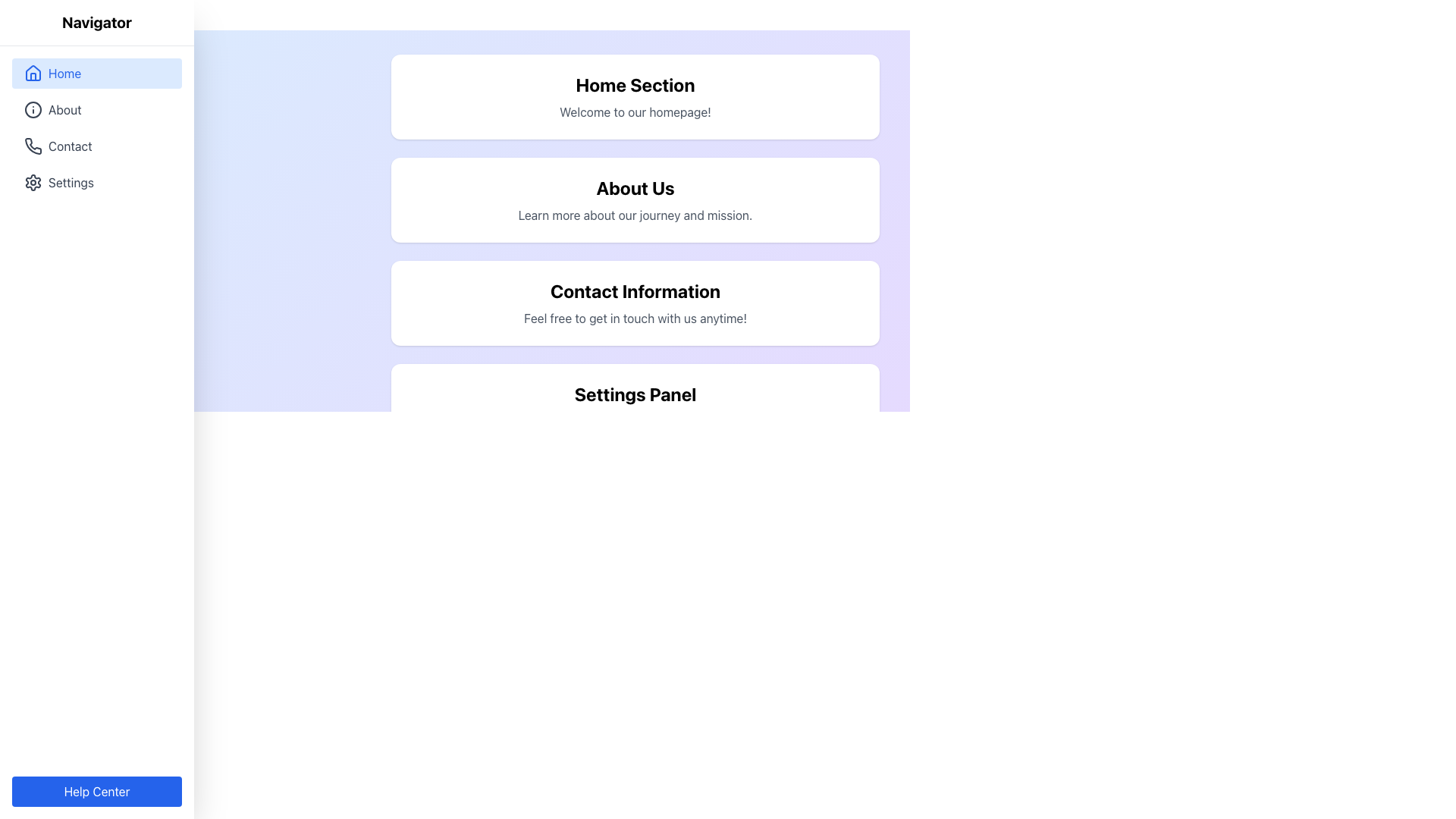 The height and width of the screenshot is (819, 1456). I want to click on the 'Help Center' button, which is a rectangular button with rounded corners and a blue background located at the bottom of the sidebar navigation panel, so click(96, 791).